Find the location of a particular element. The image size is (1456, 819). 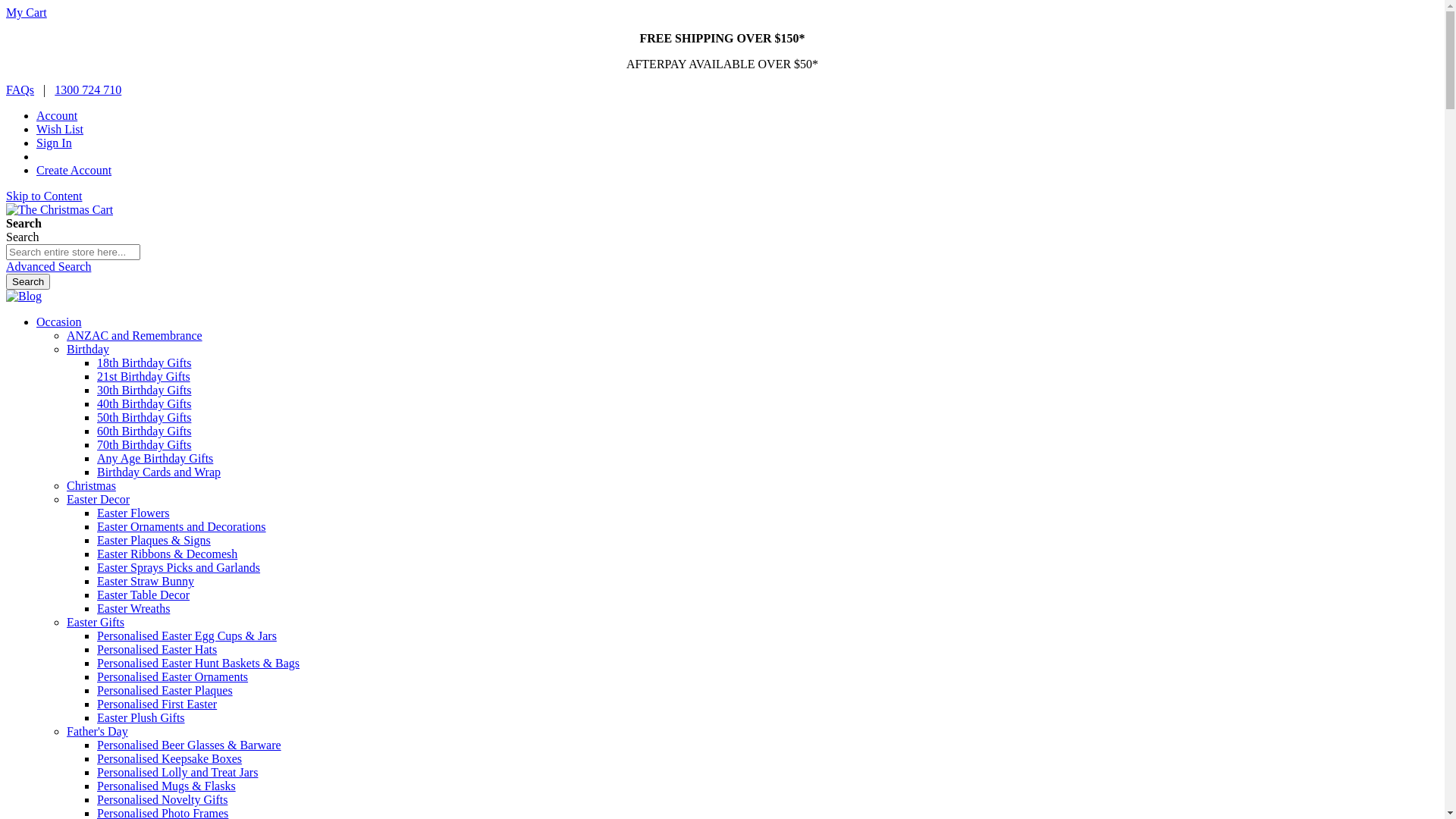

'Account' is located at coordinates (36, 115).